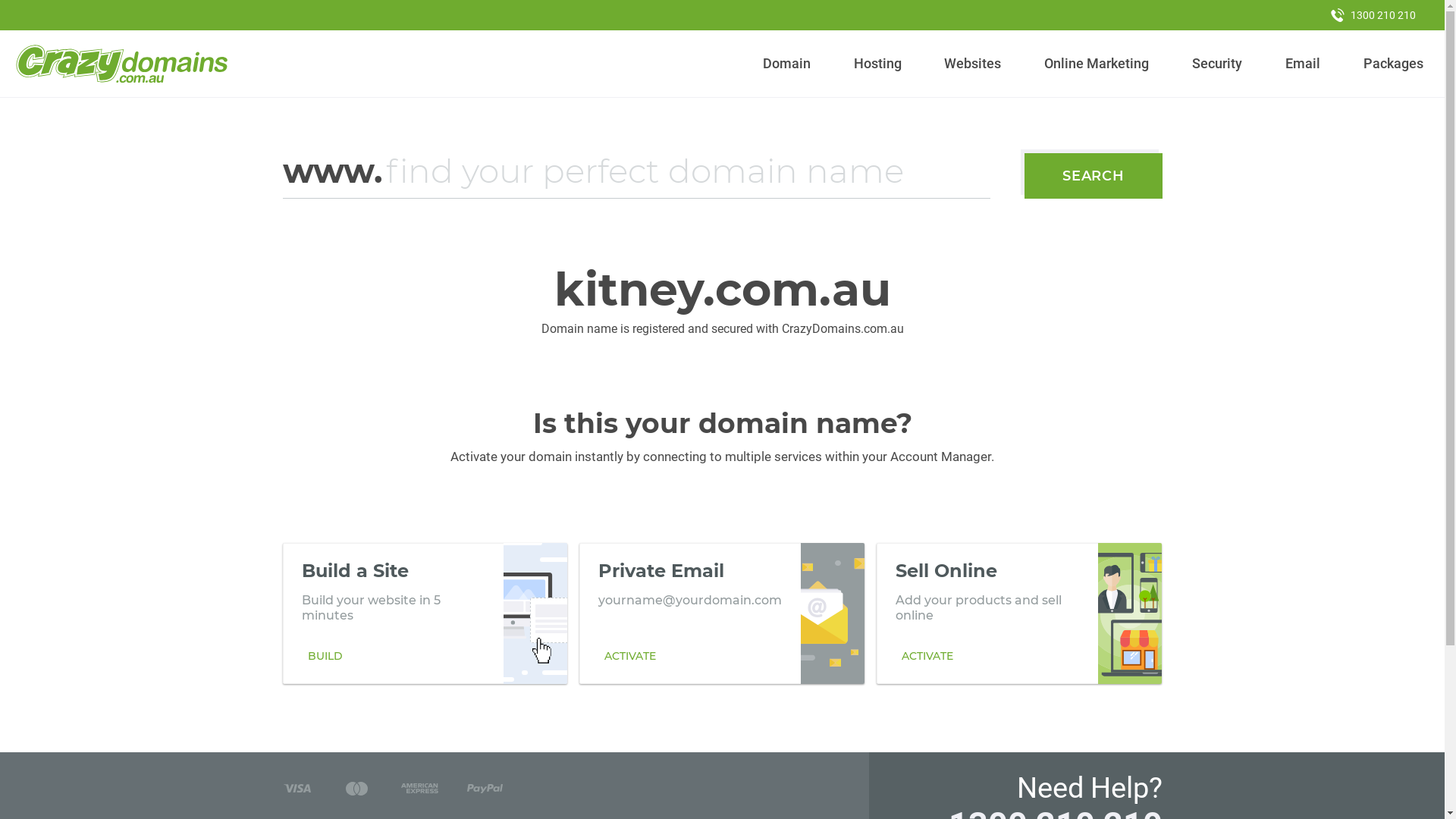 The image size is (1456, 819). What do you see at coordinates (1217, 63) in the screenshot?
I see `'Security'` at bounding box center [1217, 63].